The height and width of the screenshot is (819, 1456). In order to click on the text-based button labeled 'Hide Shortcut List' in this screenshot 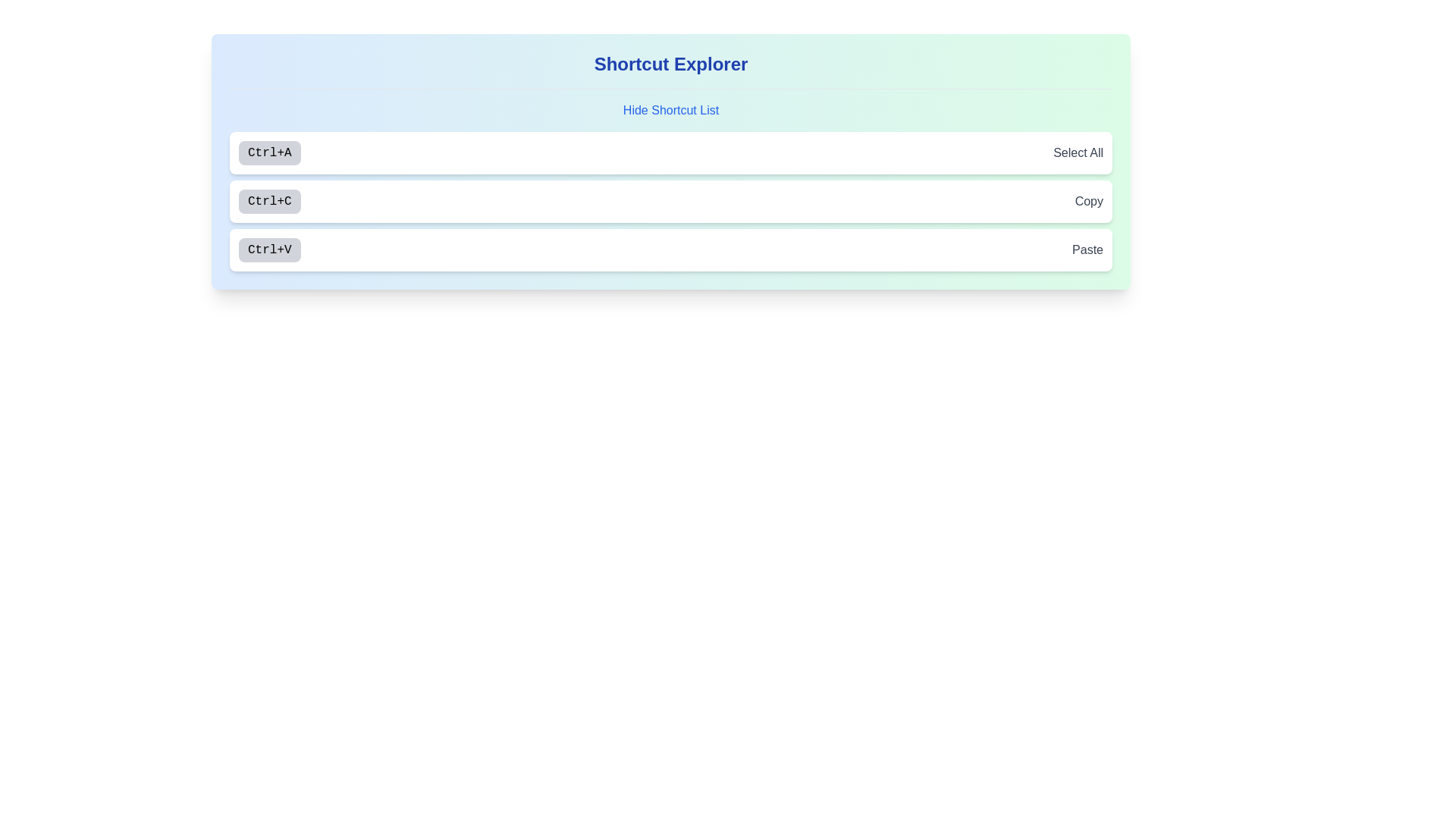, I will do `click(670, 110)`.